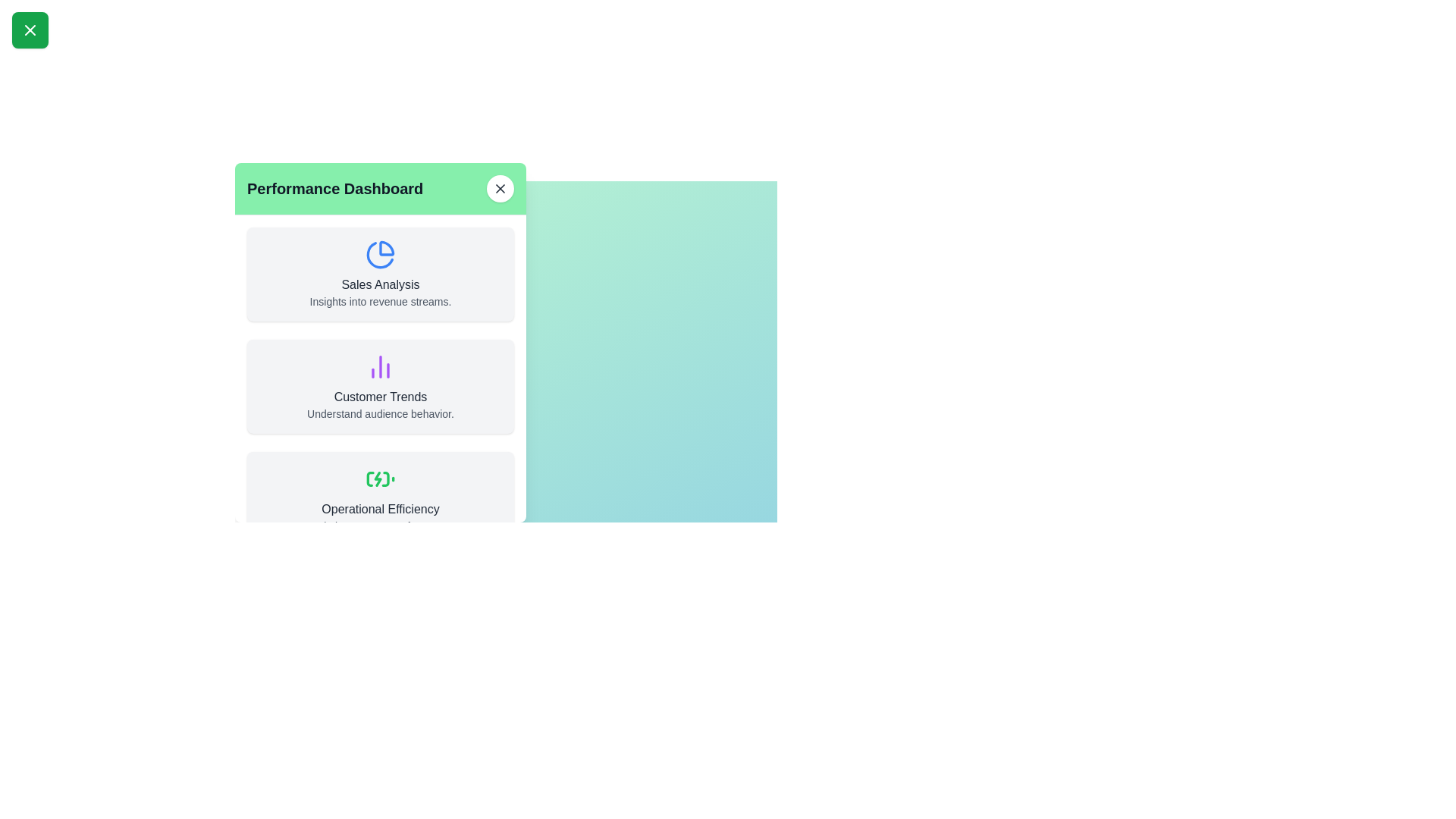  I want to click on the descriptive Text block that provides insights related to the 'Sales Analysis' section, positioned below the 'Sales Analysis' text and pie chart icon, so click(381, 301).